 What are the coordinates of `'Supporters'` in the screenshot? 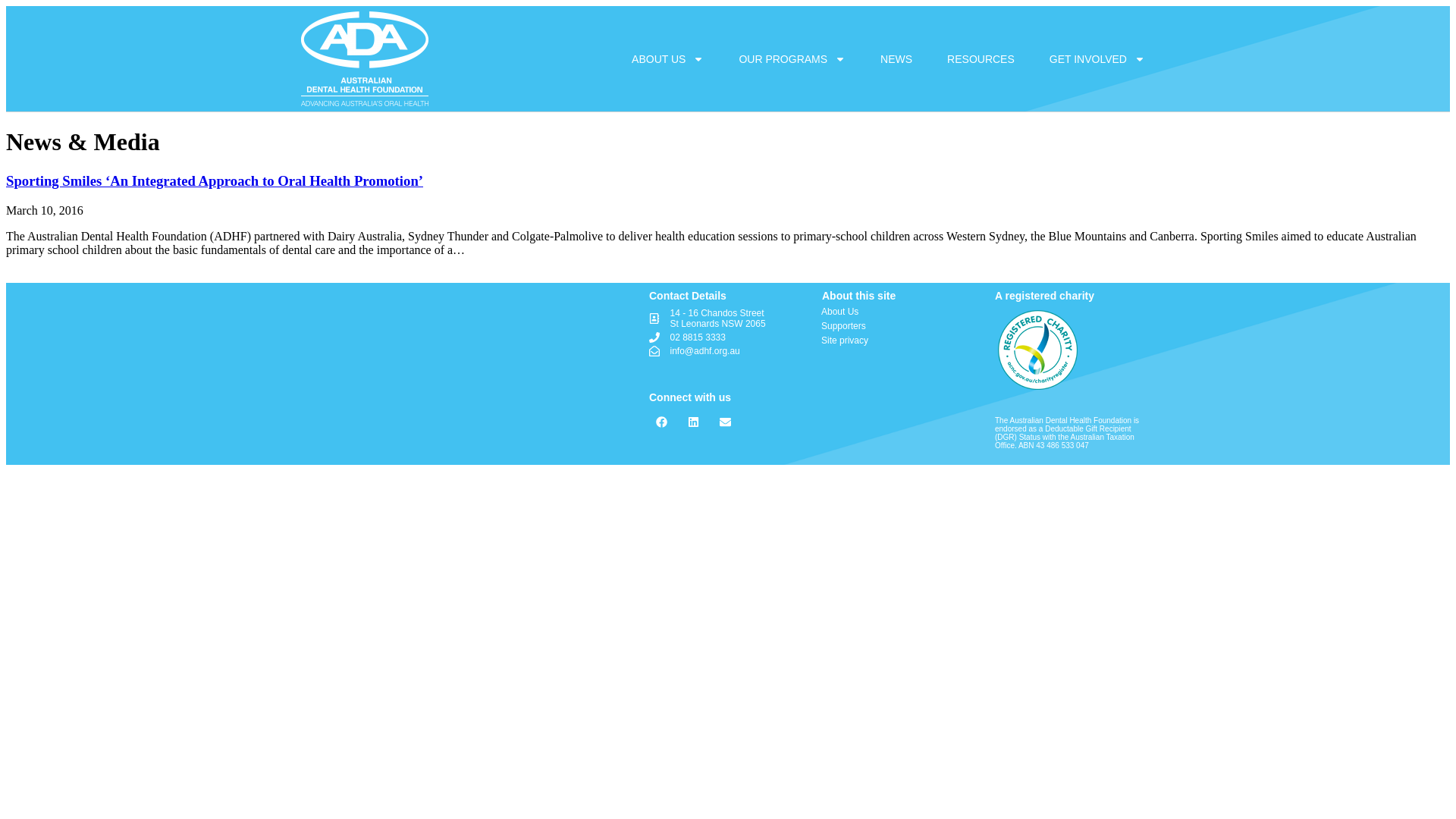 It's located at (898, 325).